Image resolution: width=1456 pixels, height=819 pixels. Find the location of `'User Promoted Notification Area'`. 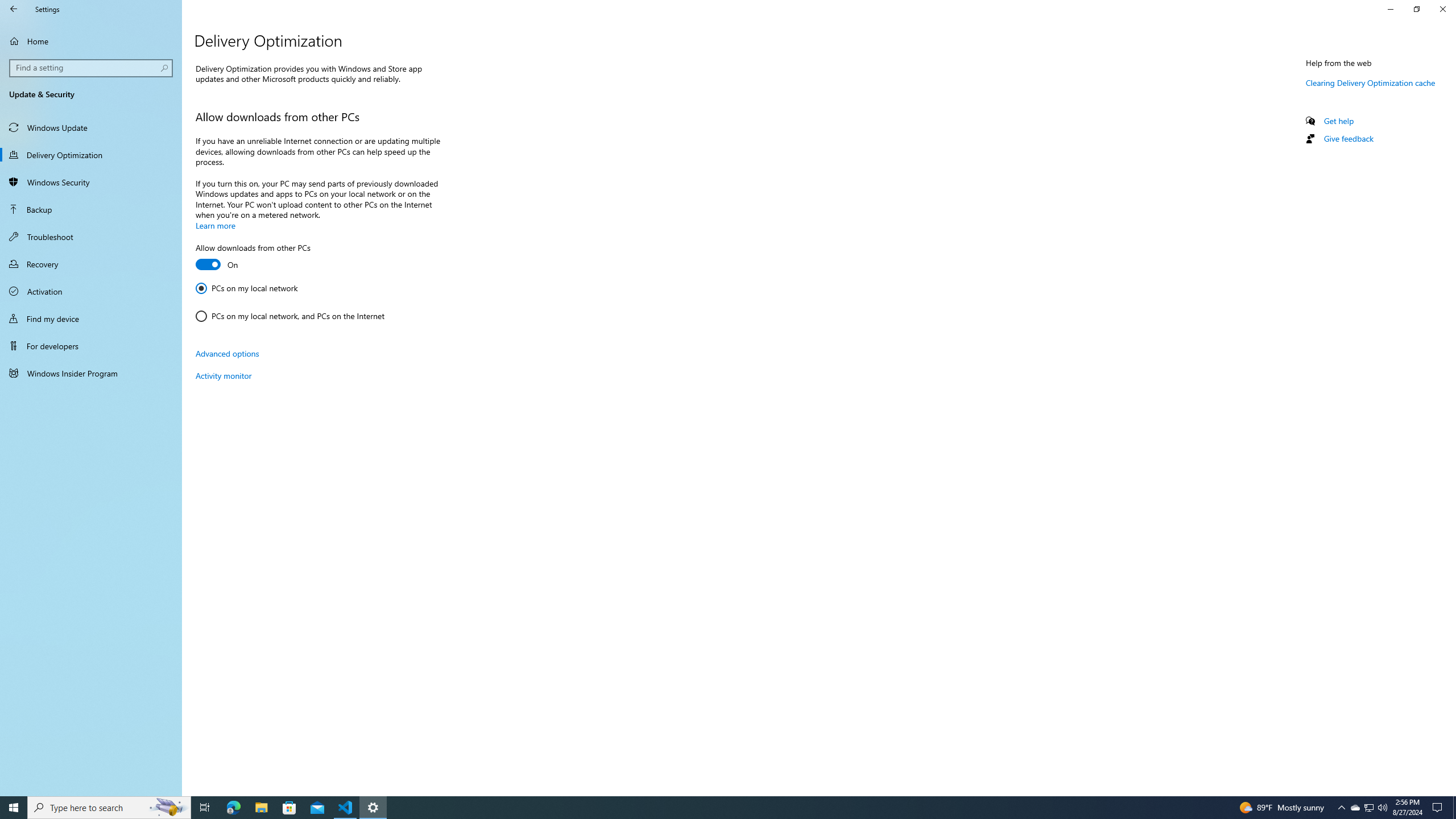

'User Promoted Notification Area' is located at coordinates (1368, 806).